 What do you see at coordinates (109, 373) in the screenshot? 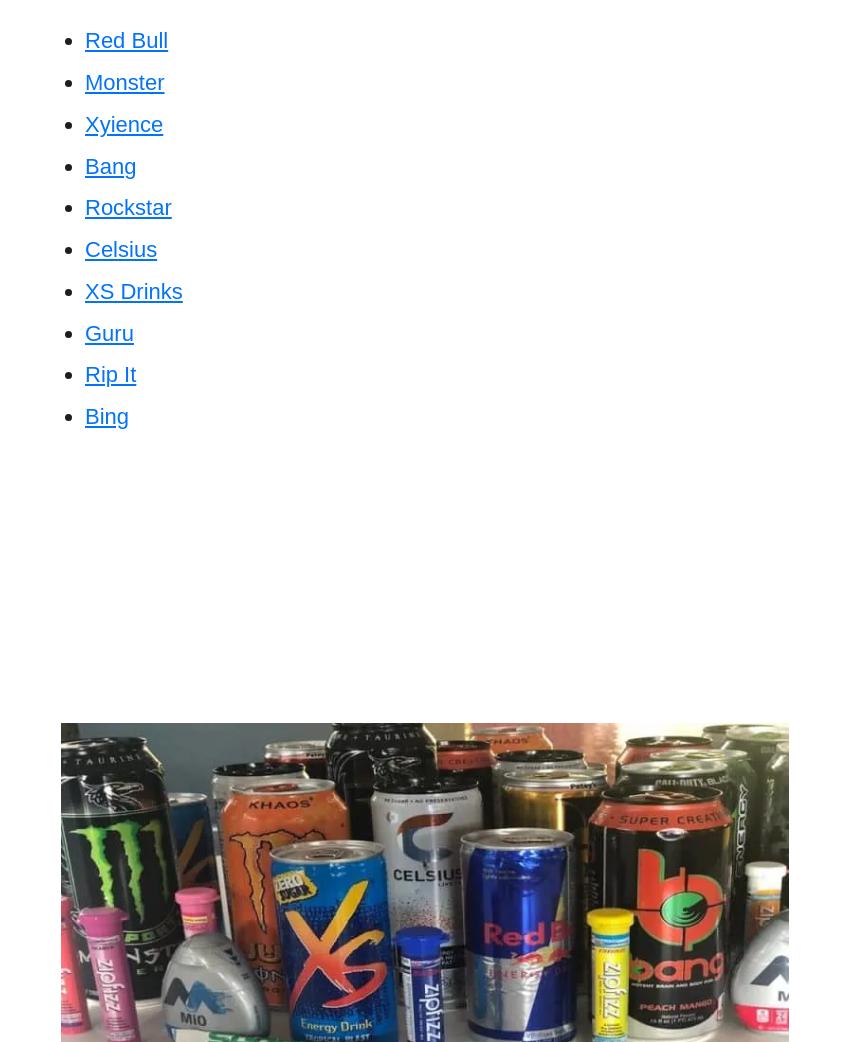
I see `'Rip It'` at bounding box center [109, 373].